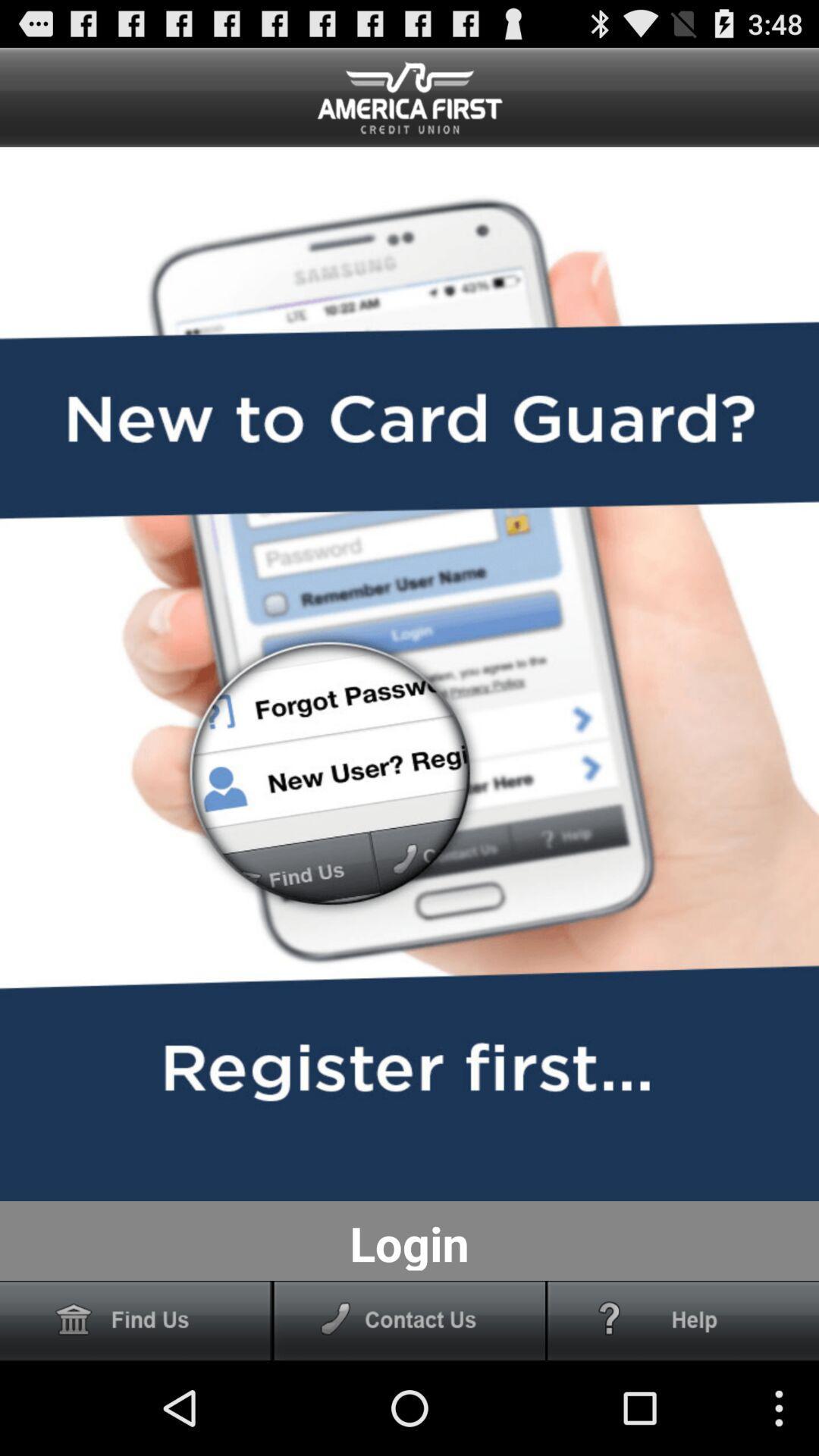 The height and width of the screenshot is (1456, 819). What do you see at coordinates (135, 1319) in the screenshot?
I see `get directions` at bounding box center [135, 1319].